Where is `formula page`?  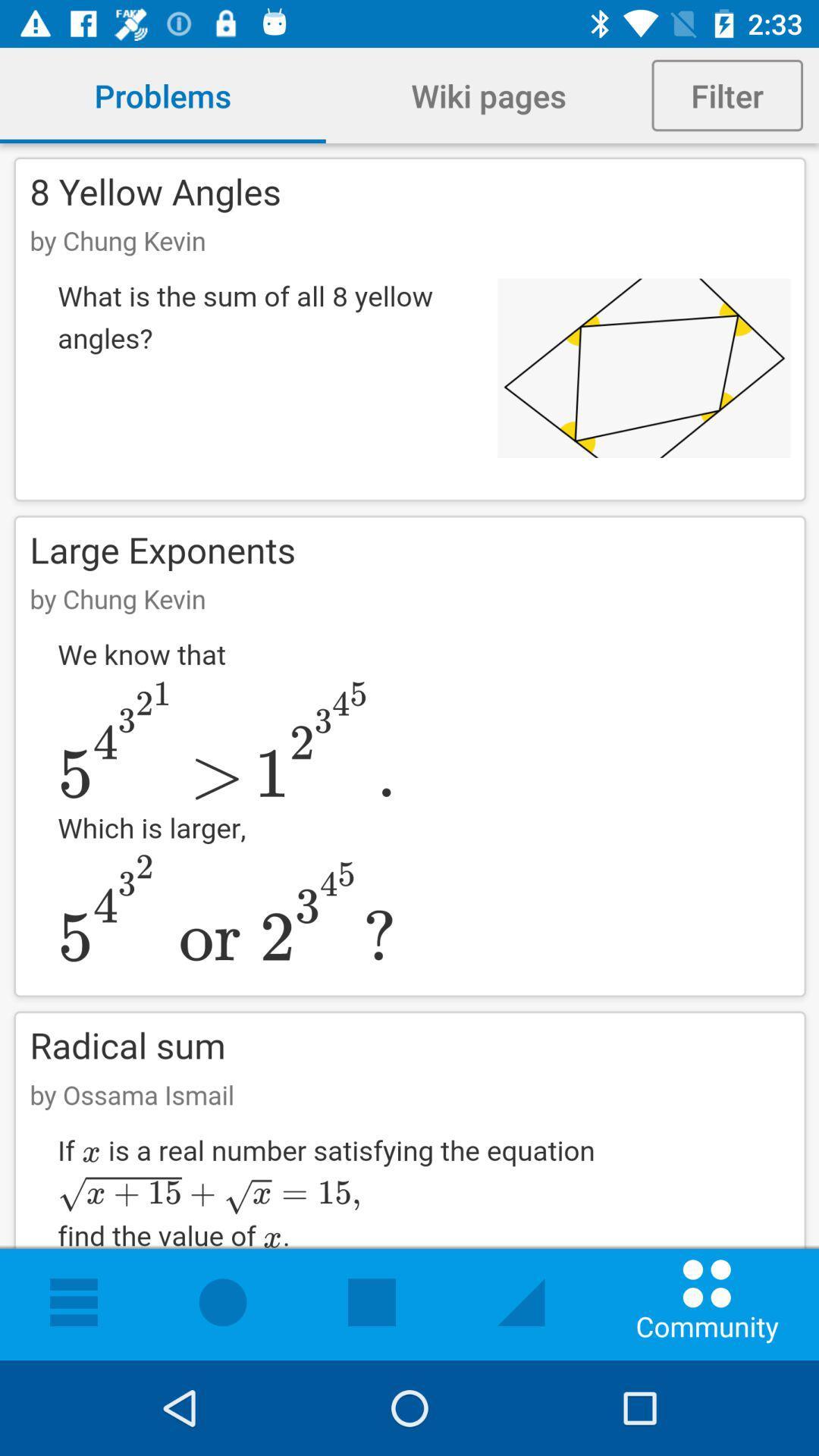
formula page is located at coordinates (409, 752).